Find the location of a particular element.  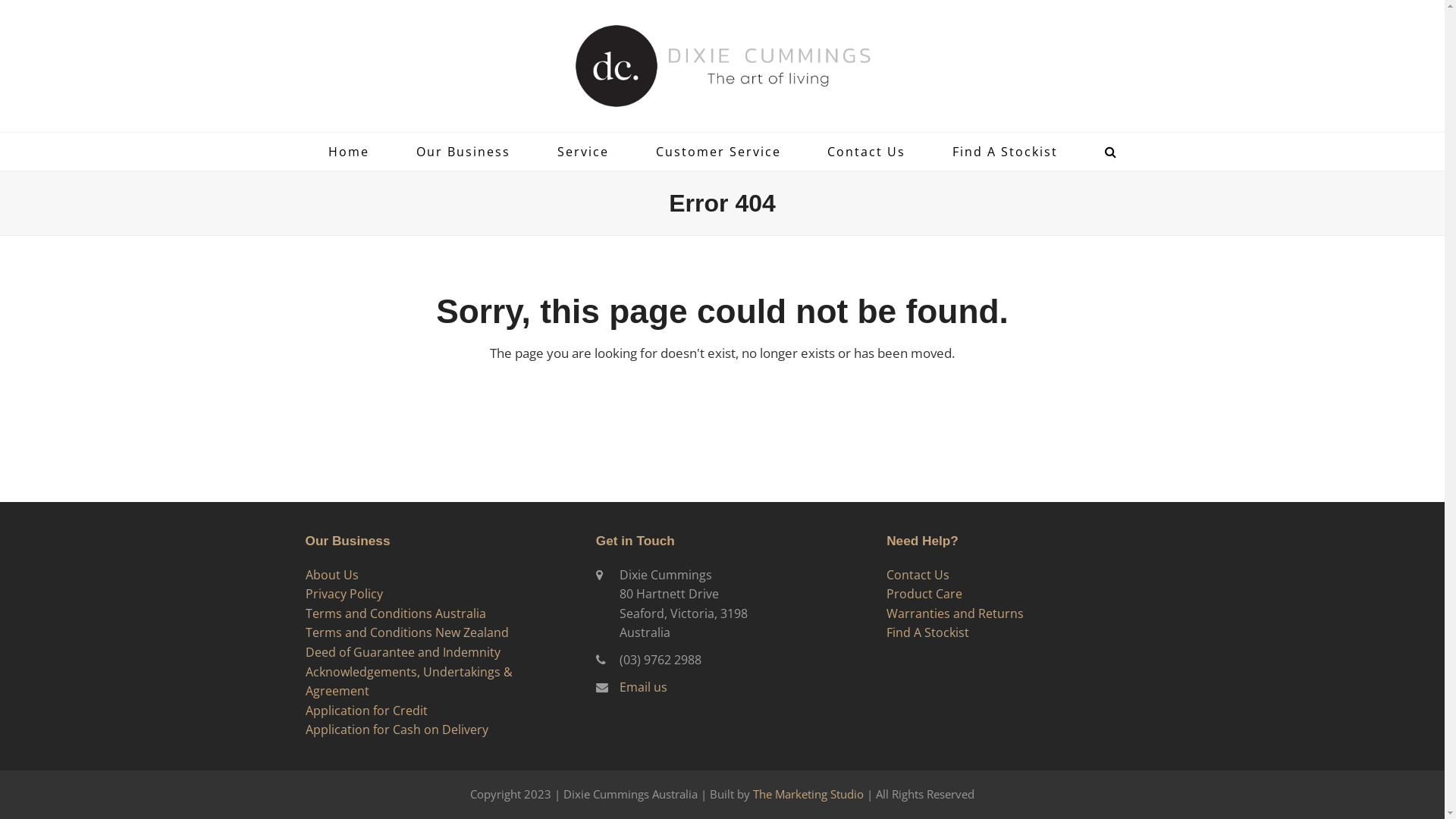

'Home' is located at coordinates (348, 152).